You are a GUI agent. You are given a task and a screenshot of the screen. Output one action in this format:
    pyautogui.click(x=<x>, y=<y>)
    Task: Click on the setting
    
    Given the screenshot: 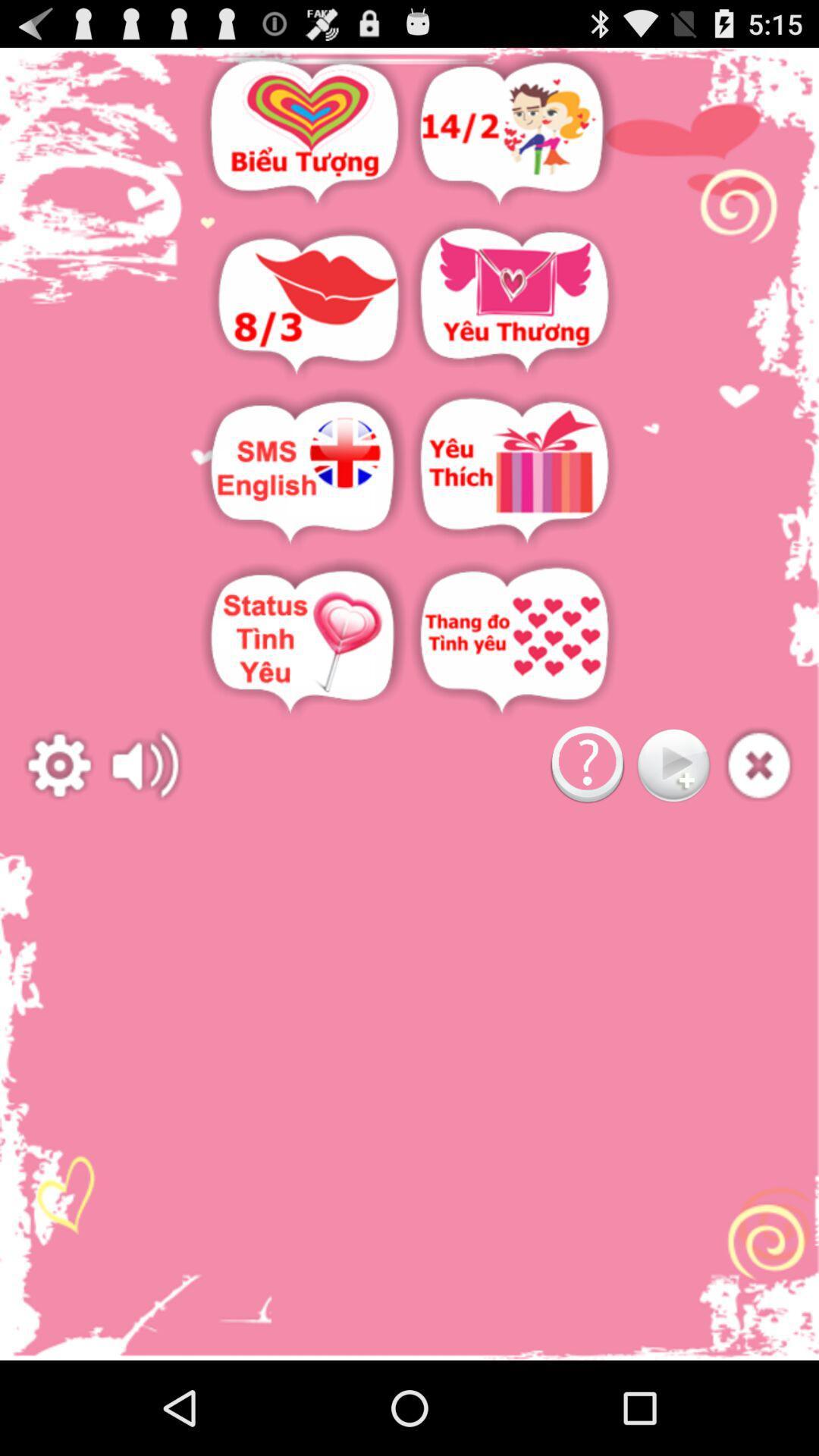 What is the action you would take?
    pyautogui.click(x=58, y=765)
    